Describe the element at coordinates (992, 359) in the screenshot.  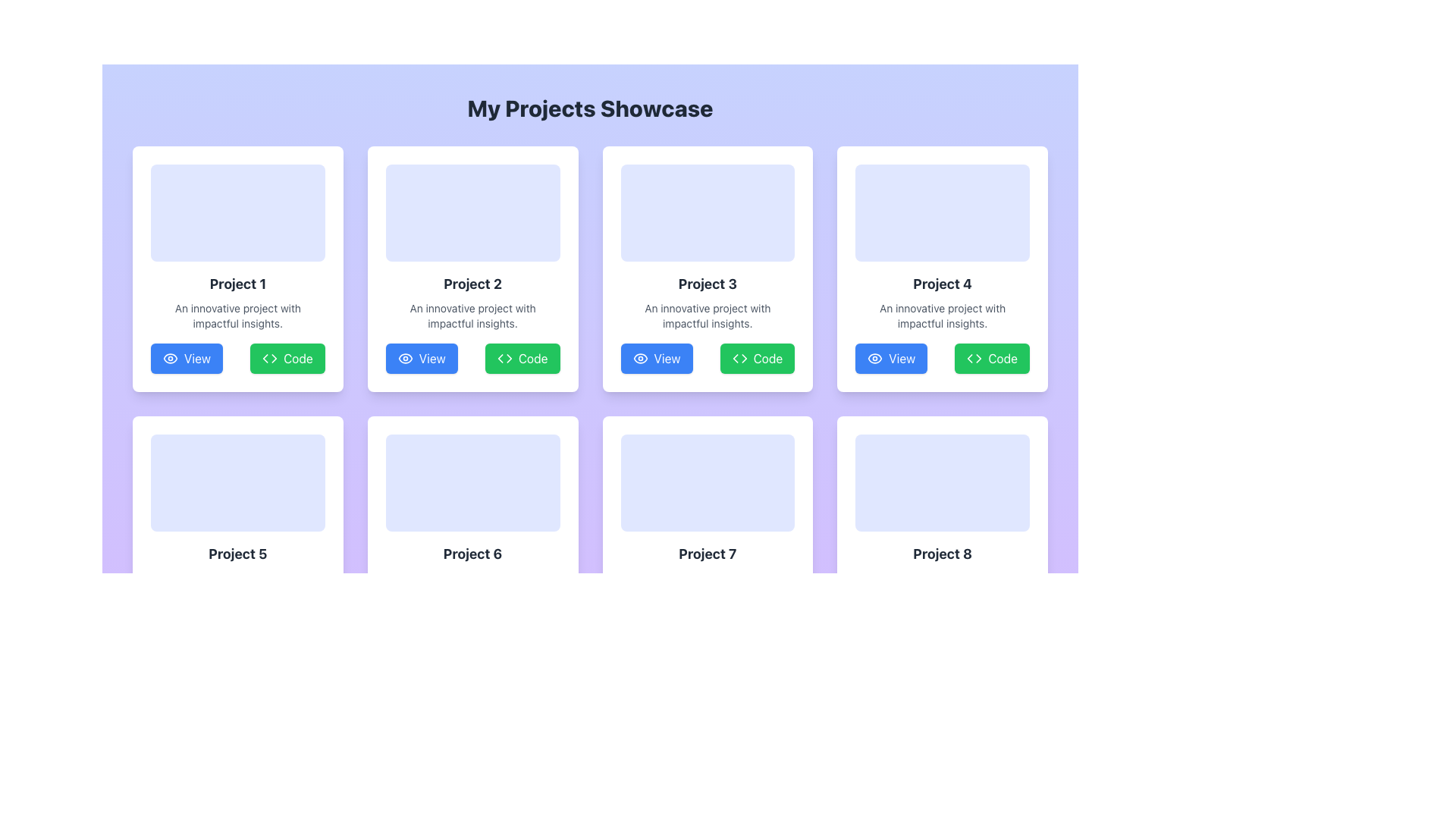
I see `the button for accessing the code related to 'Project 4' in the 'My Projects Showcase' grid` at that location.